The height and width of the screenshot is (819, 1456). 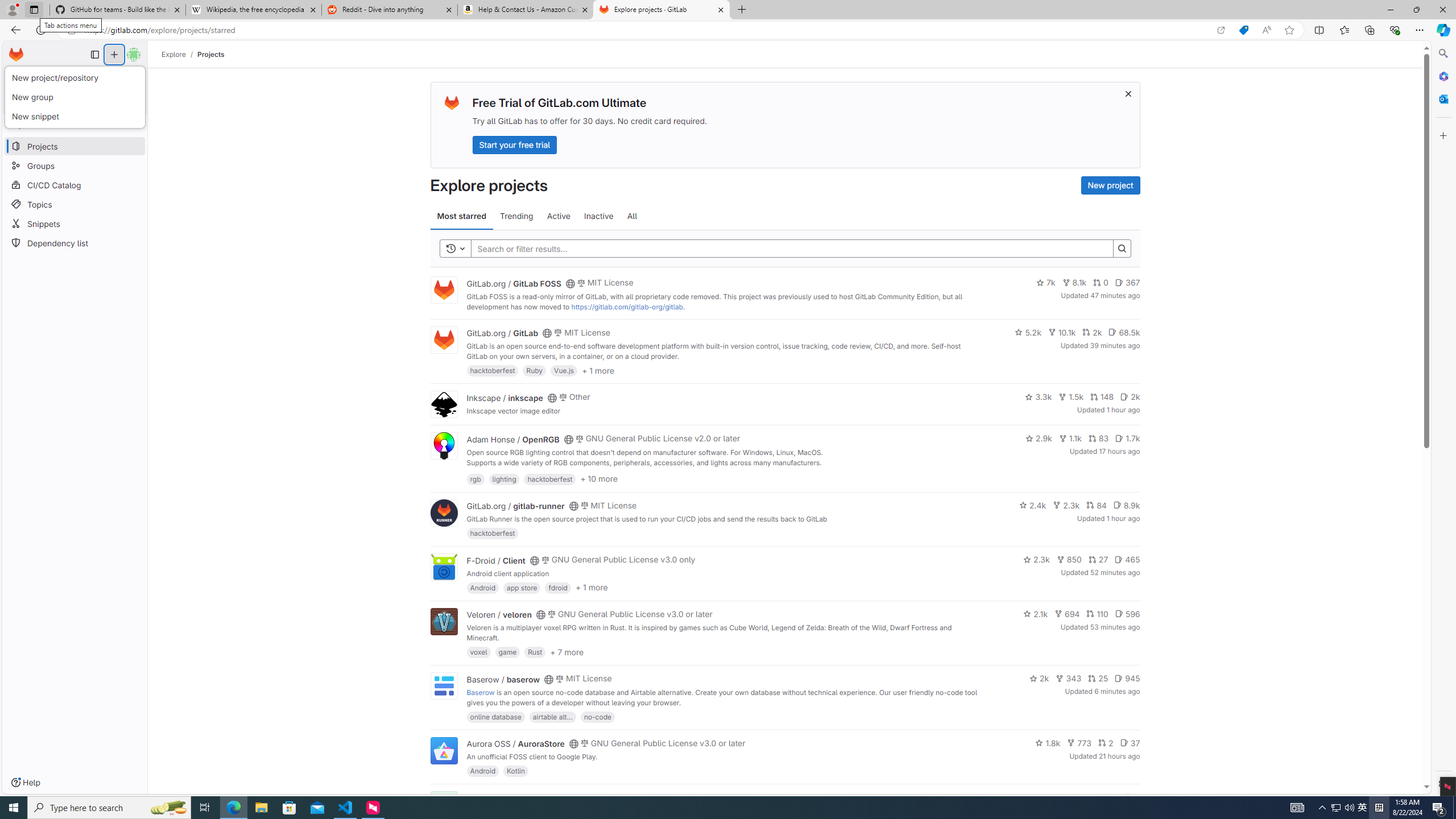 What do you see at coordinates (598, 478) in the screenshot?
I see `'+ 10 more'` at bounding box center [598, 478].